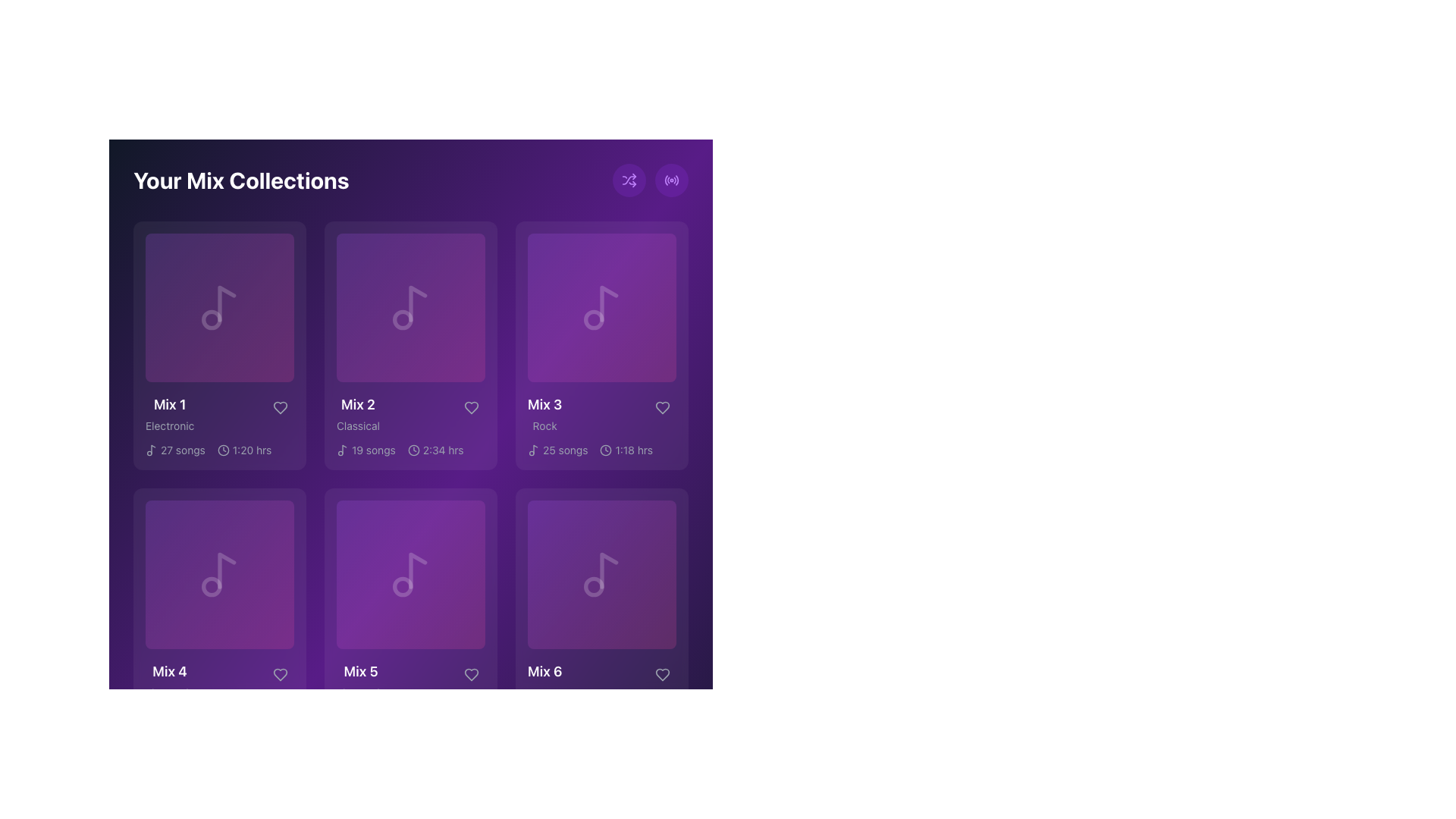 Image resolution: width=1456 pixels, height=819 pixels. What do you see at coordinates (411, 611) in the screenshot?
I see `the fifth card in the music mix grid` at bounding box center [411, 611].